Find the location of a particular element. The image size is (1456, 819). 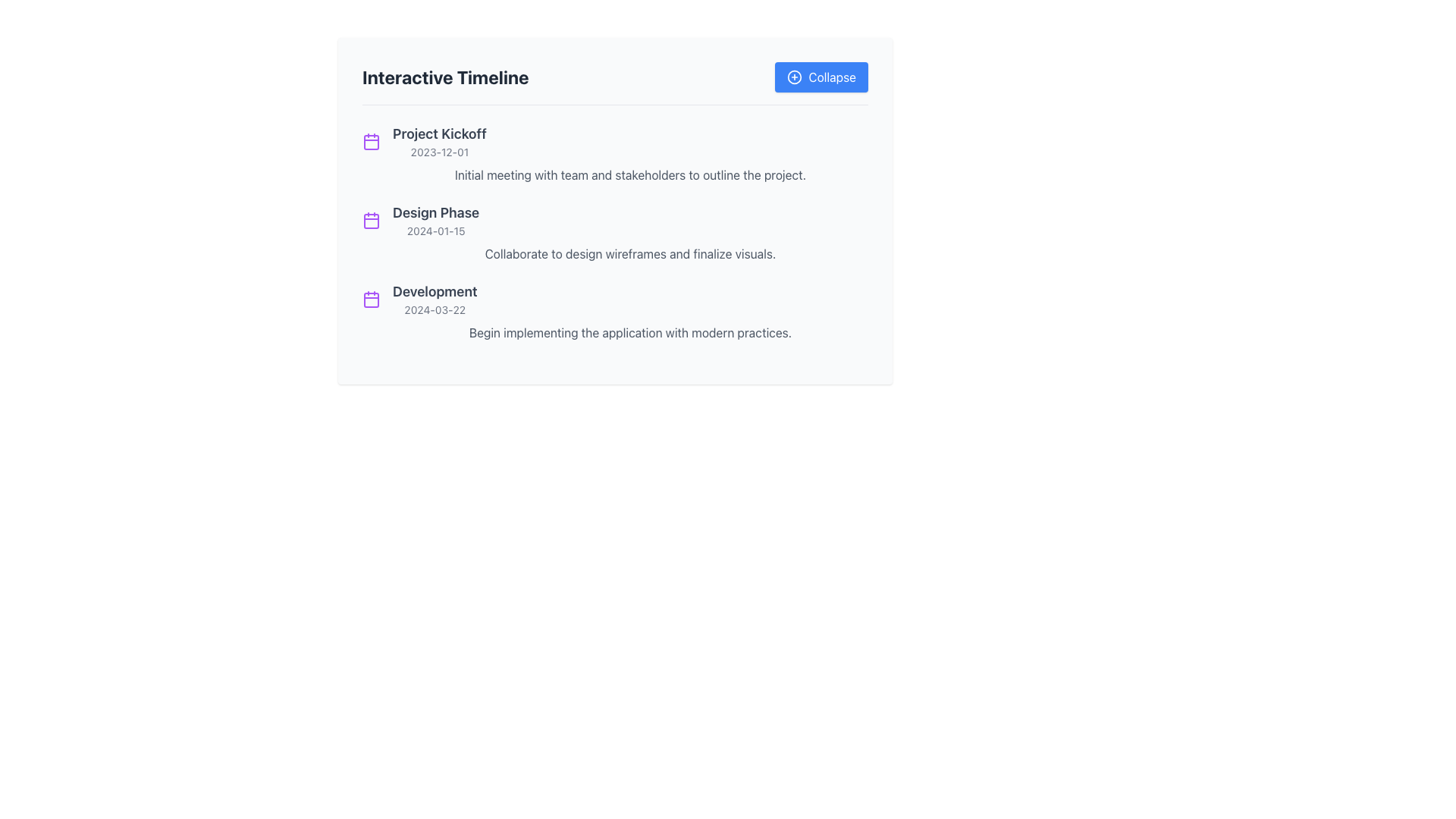

date displayed for the 'Project Kickoff' event located beneath the text 'Project Kickoff' in the timeline layout is located at coordinates (438, 152).